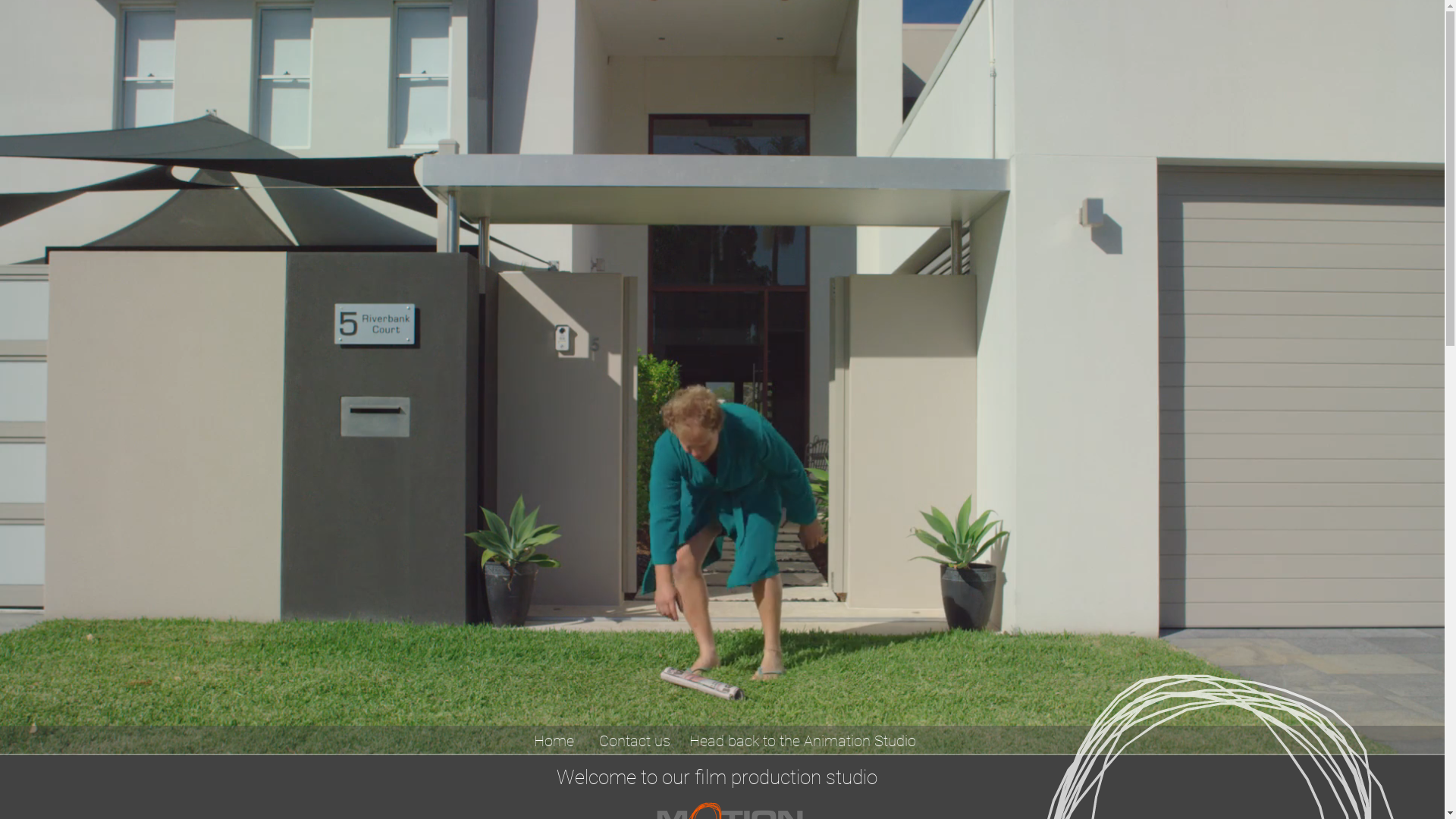  I want to click on 'Contact us', so click(634, 739).